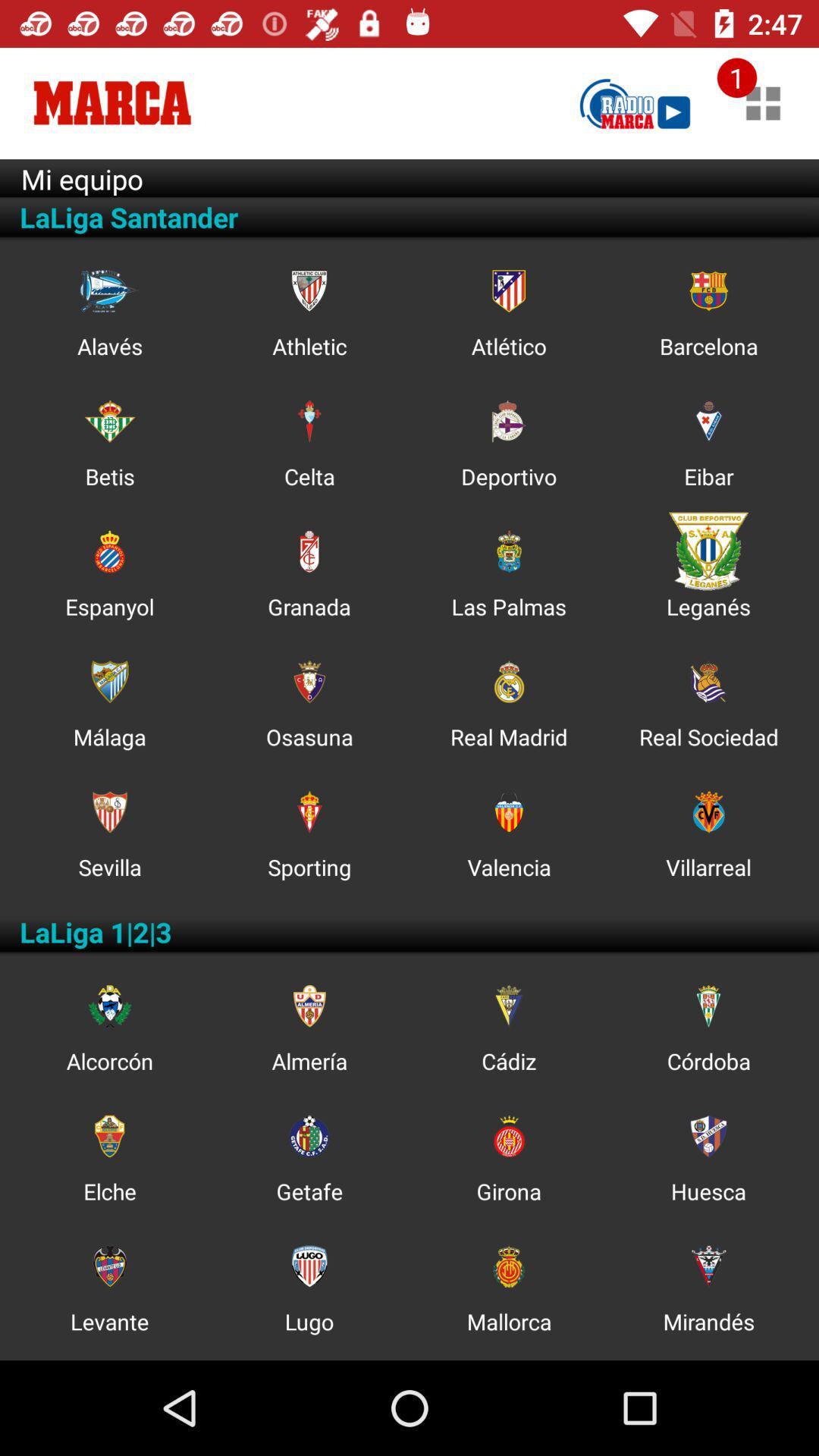 This screenshot has height=1456, width=819. Describe the element at coordinates (108, 1006) in the screenshot. I see `the settings icon` at that location.